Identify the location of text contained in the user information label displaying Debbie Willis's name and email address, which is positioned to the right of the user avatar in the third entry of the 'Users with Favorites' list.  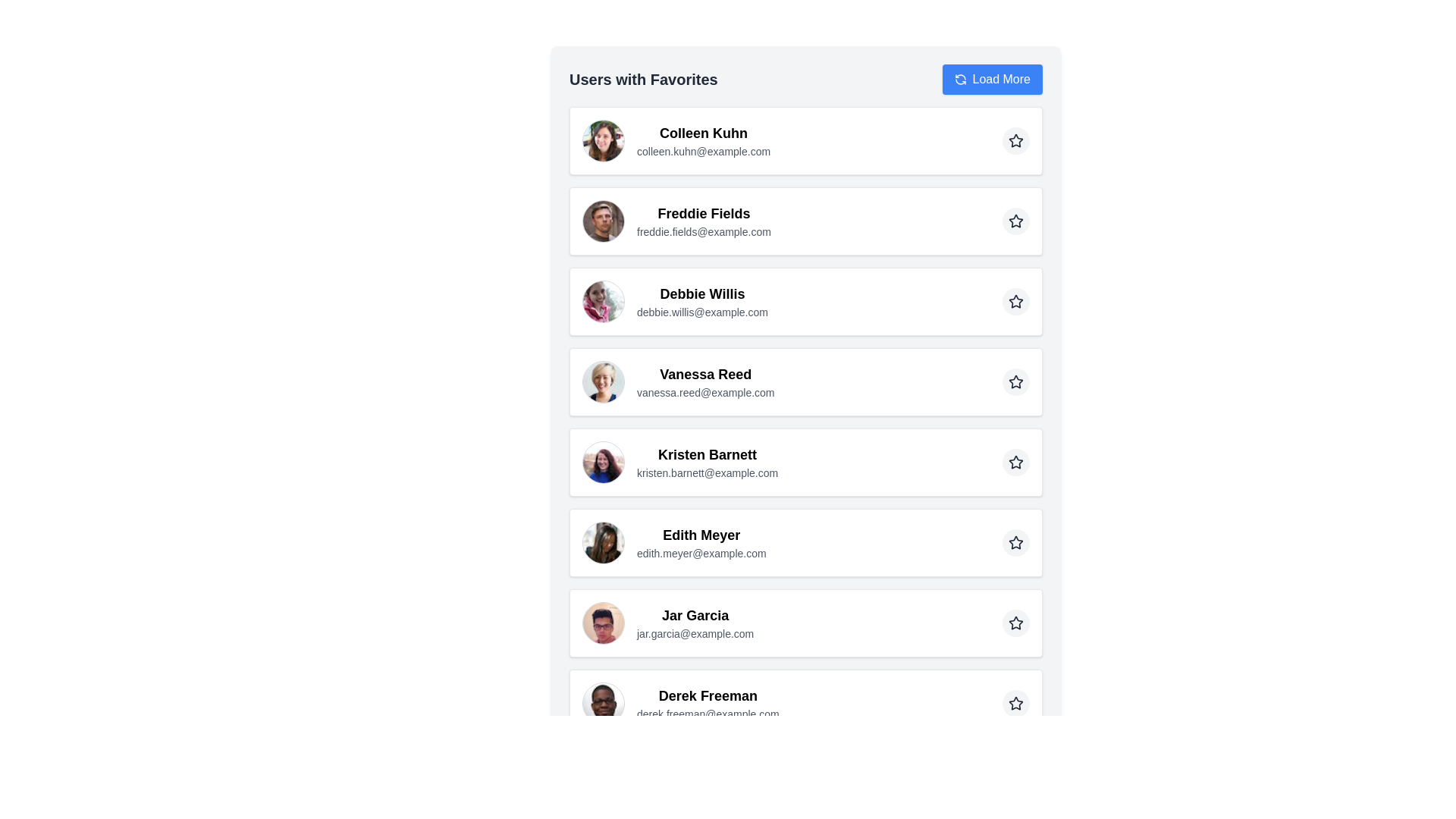
(701, 301).